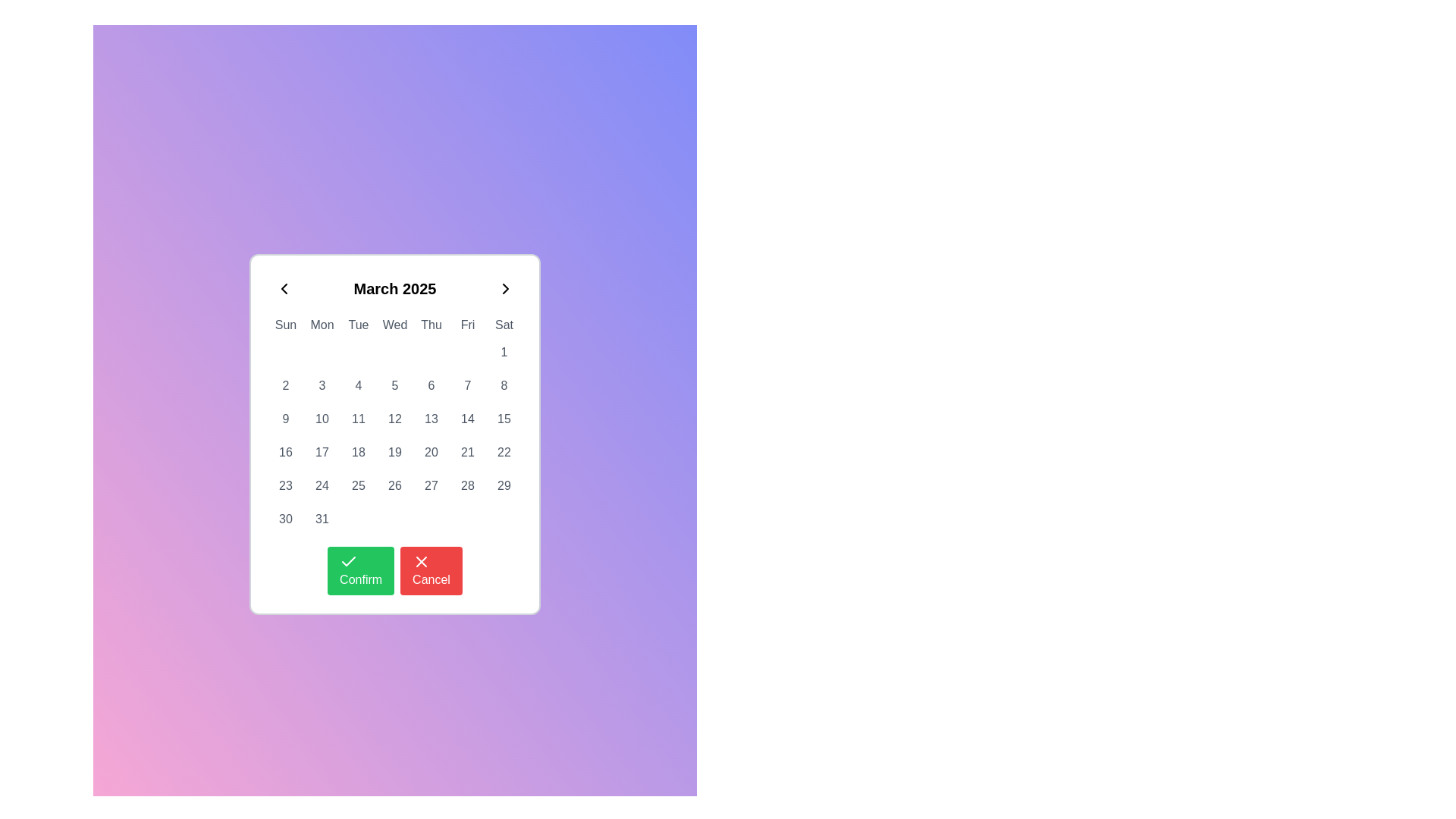  Describe the element at coordinates (395, 564) in the screenshot. I see `the 'Confirm' button with a green background and checkmark icon located at the bottom of the calendar interface` at that location.